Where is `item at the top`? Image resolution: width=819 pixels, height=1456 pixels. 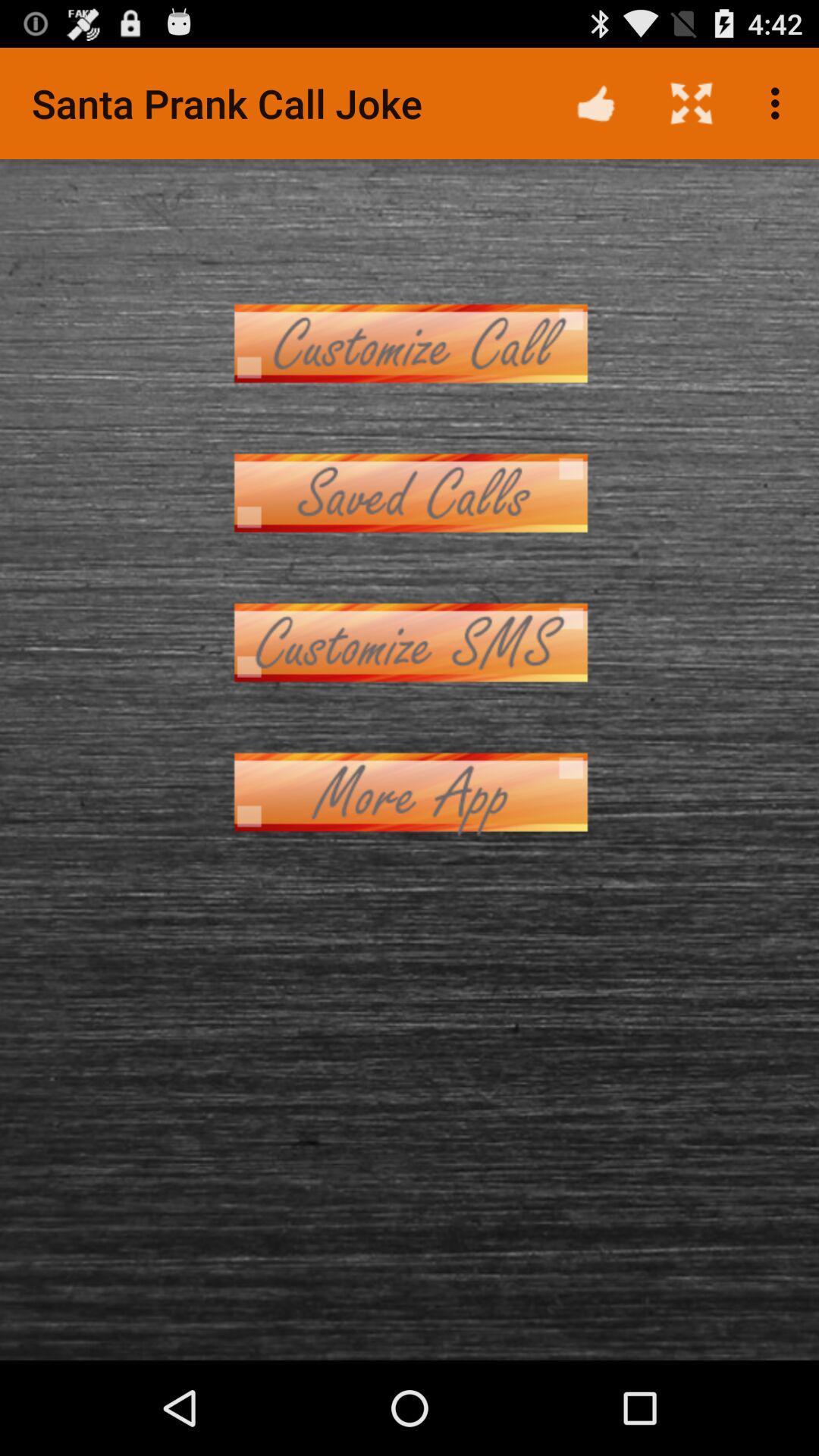
item at the top is located at coordinates (409, 342).